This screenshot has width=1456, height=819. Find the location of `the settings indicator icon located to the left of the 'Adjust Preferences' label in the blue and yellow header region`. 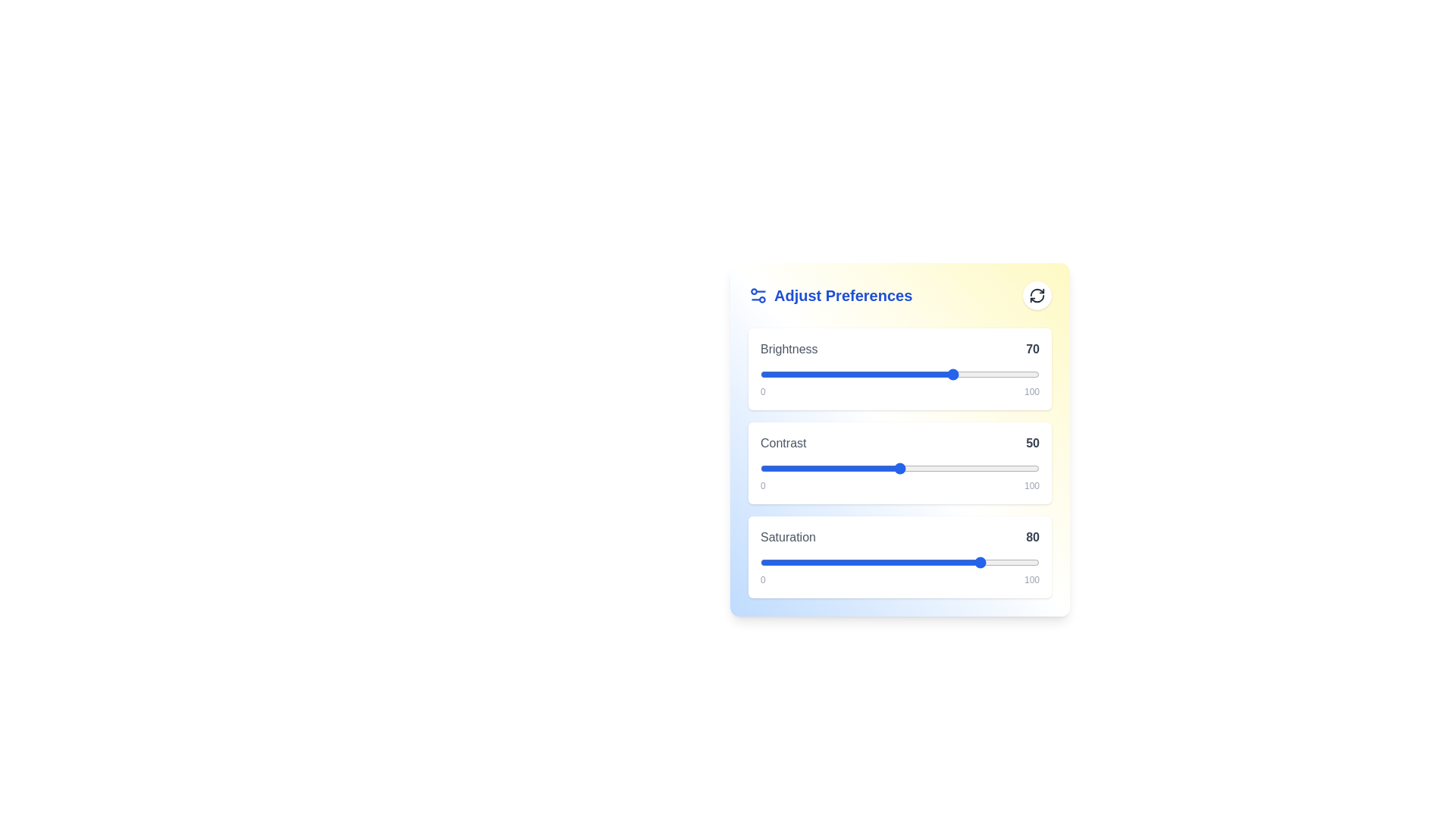

the settings indicator icon located to the left of the 'Adjust Preferences' label in the blue and yellow header region is located at coordinates (758, 295).